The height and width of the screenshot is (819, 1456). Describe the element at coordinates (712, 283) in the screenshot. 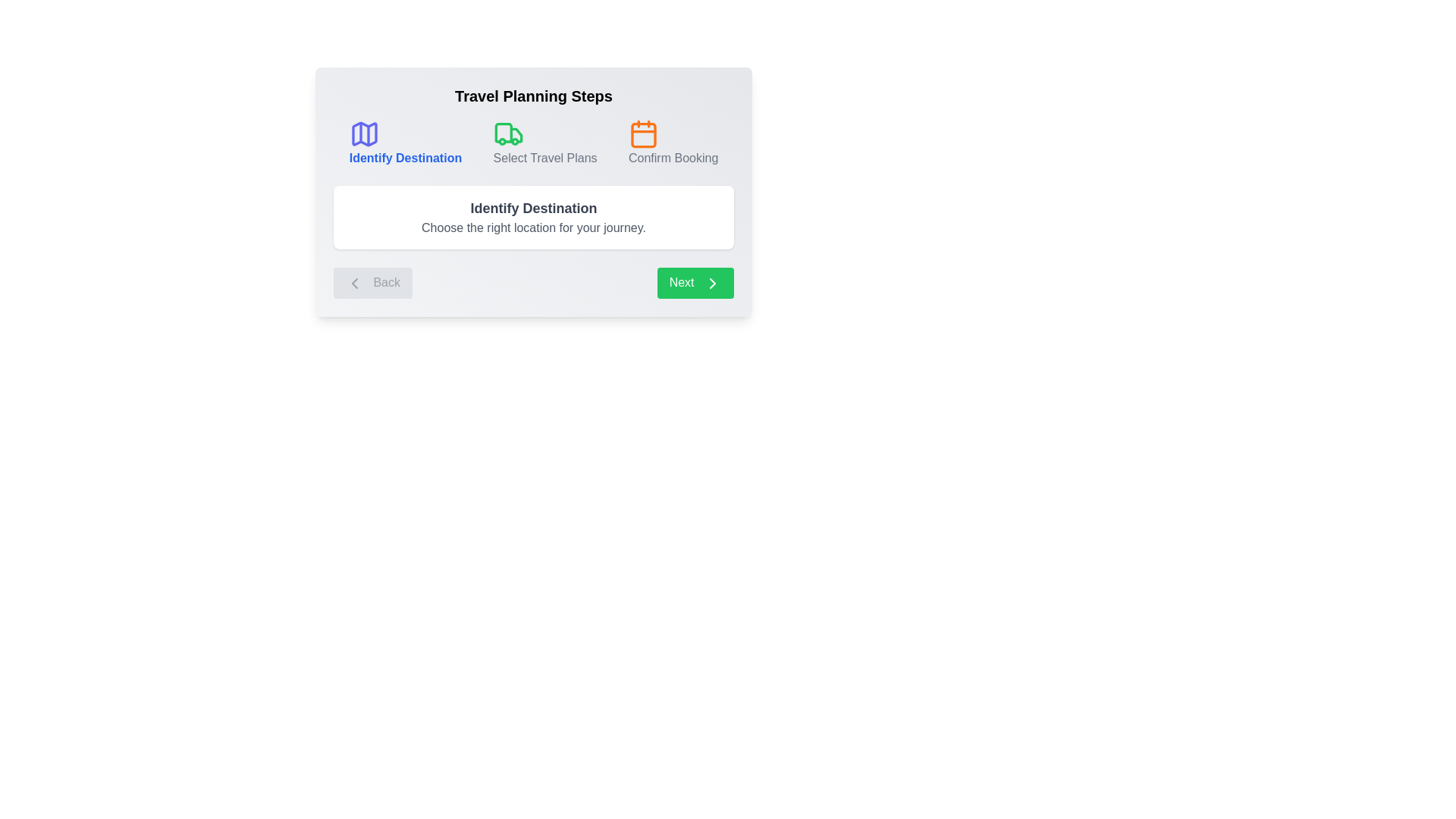

I see `the green 'Next' button, which contains the arrow-like icon indicating forward direction, to proceed to the next step` at that location.